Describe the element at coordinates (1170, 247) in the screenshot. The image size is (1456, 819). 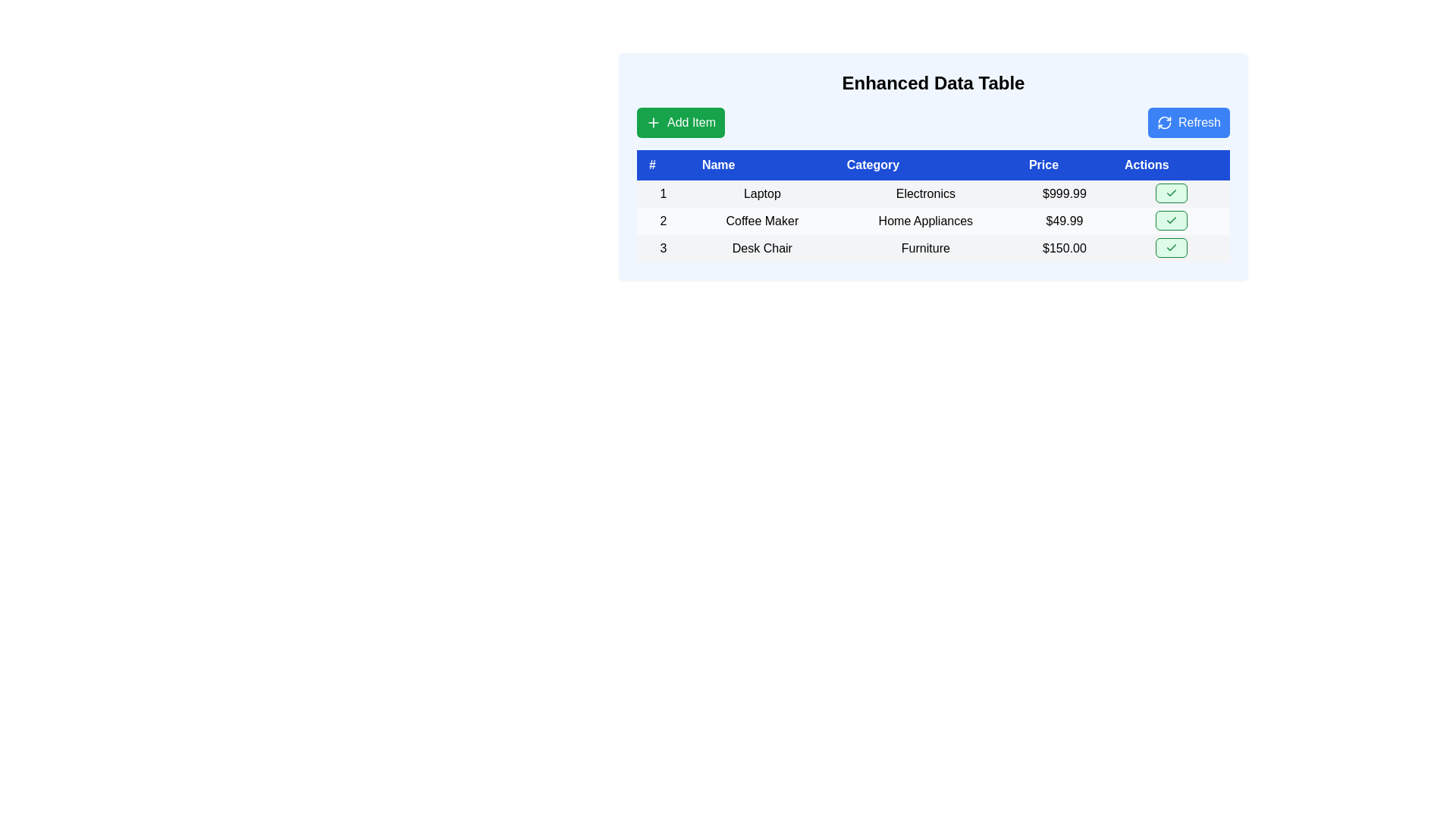
I see `the confirmation button with a checkmark icon located in the 'Actions' column of the third row associated with the 'Desk Chair' entry in the table` at that location.